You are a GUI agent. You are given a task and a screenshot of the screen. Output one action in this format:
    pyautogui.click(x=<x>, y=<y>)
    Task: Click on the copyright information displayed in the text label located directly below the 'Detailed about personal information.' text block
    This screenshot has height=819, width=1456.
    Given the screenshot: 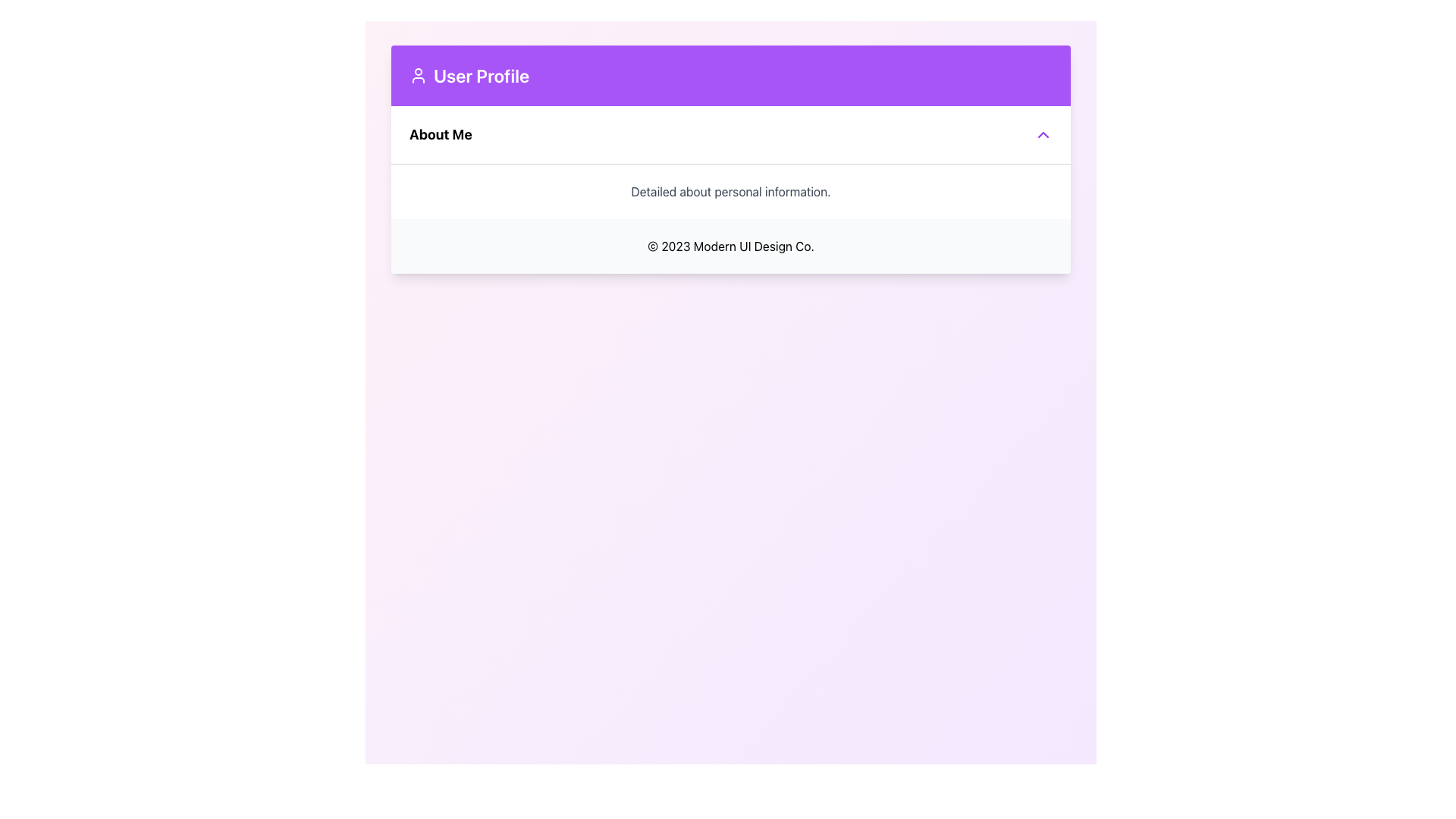 What is the action you would take?
    pyautogui.click(x=731, y=245)
    